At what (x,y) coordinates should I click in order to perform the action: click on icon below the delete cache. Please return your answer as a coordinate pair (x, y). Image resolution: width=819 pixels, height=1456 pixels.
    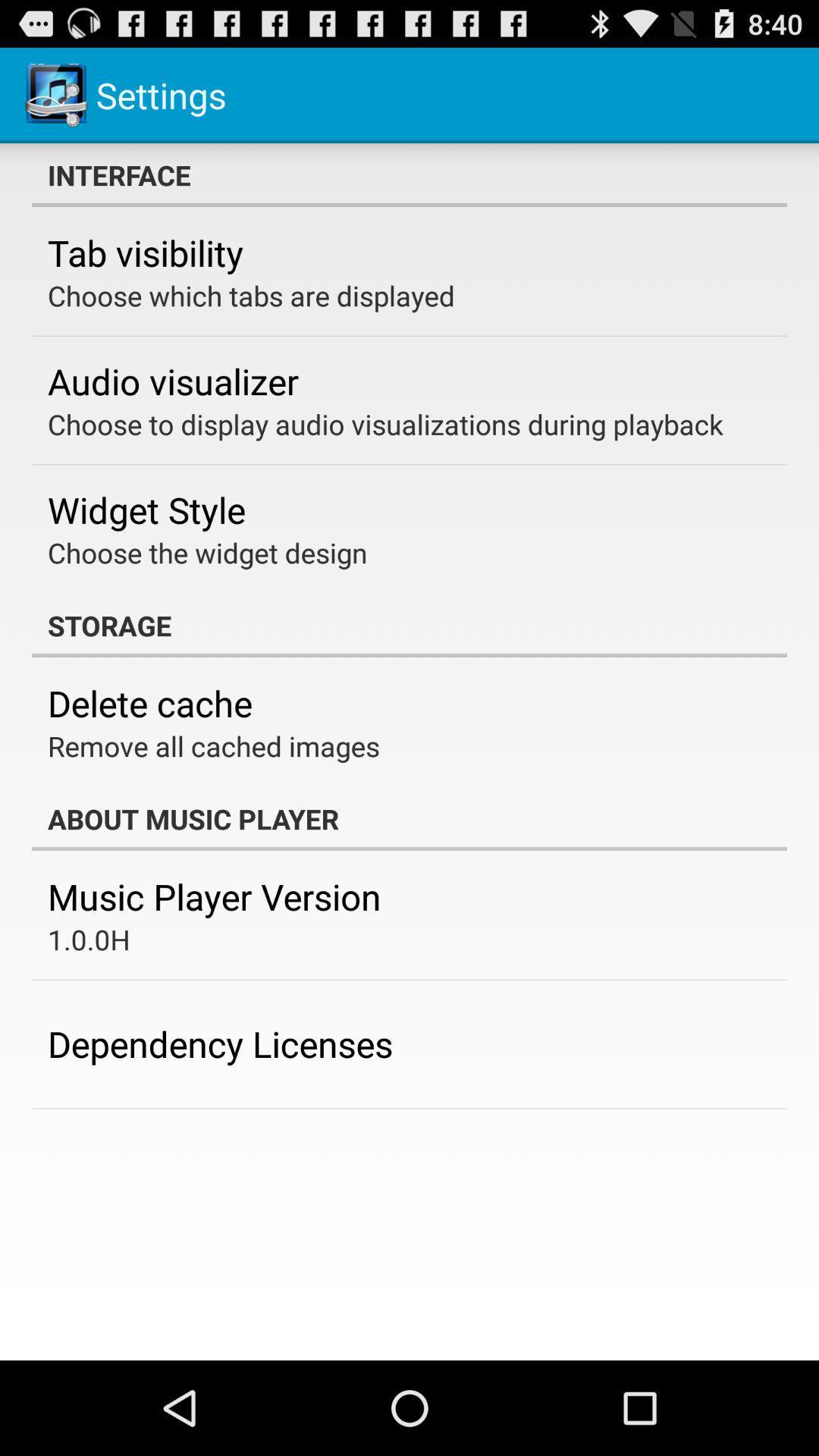
    Looking at the image, I should click on (213, 745).